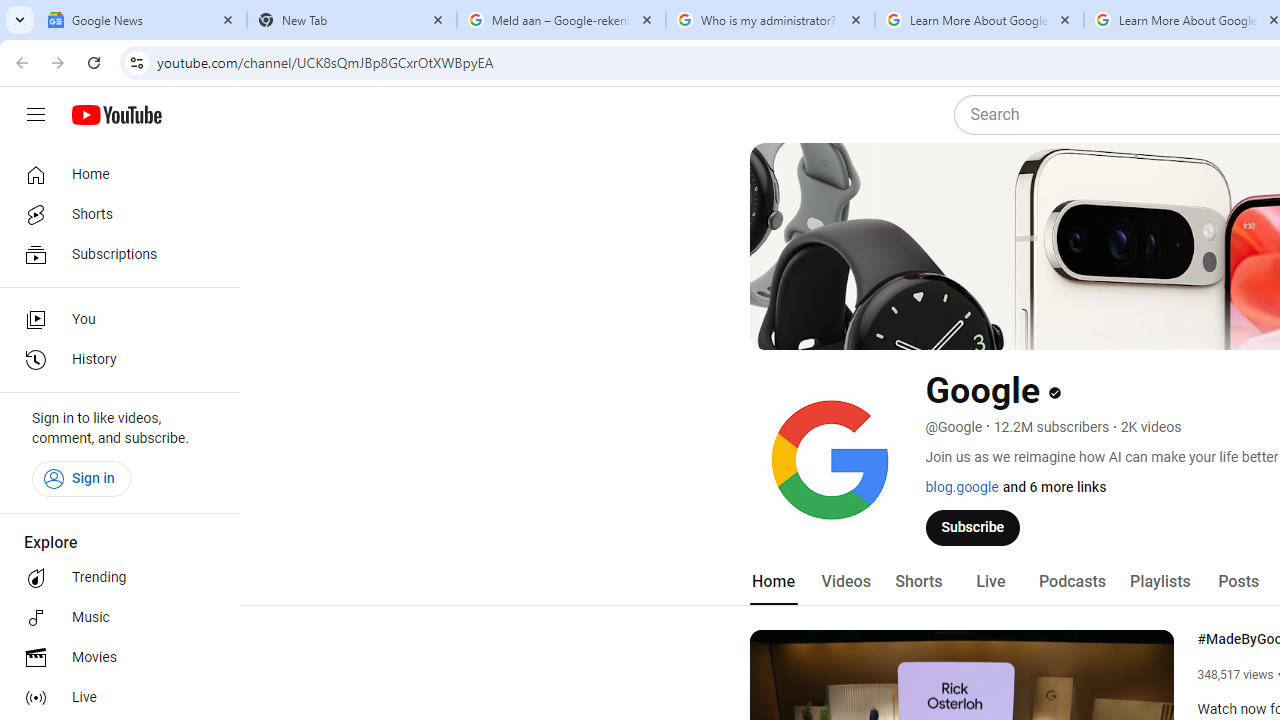 The width and height of the screenshot is (1280, 720). What do you see at coordinates (112, 173) in the screenshot?
I see `'Home'` at bounding box center [112, 173].